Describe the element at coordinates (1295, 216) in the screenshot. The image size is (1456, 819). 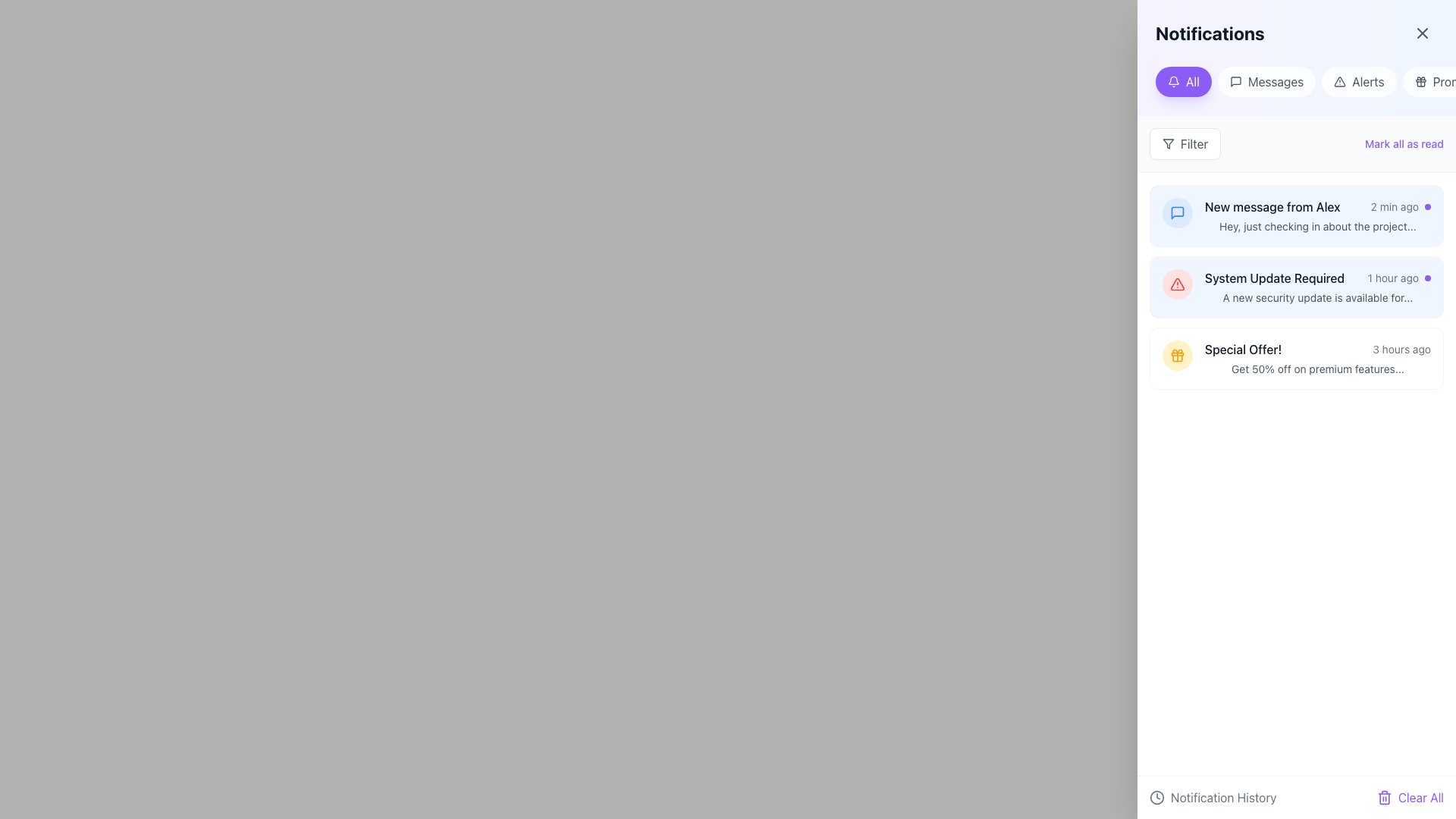
I see `the first notification card in the notifications panel` at that location.